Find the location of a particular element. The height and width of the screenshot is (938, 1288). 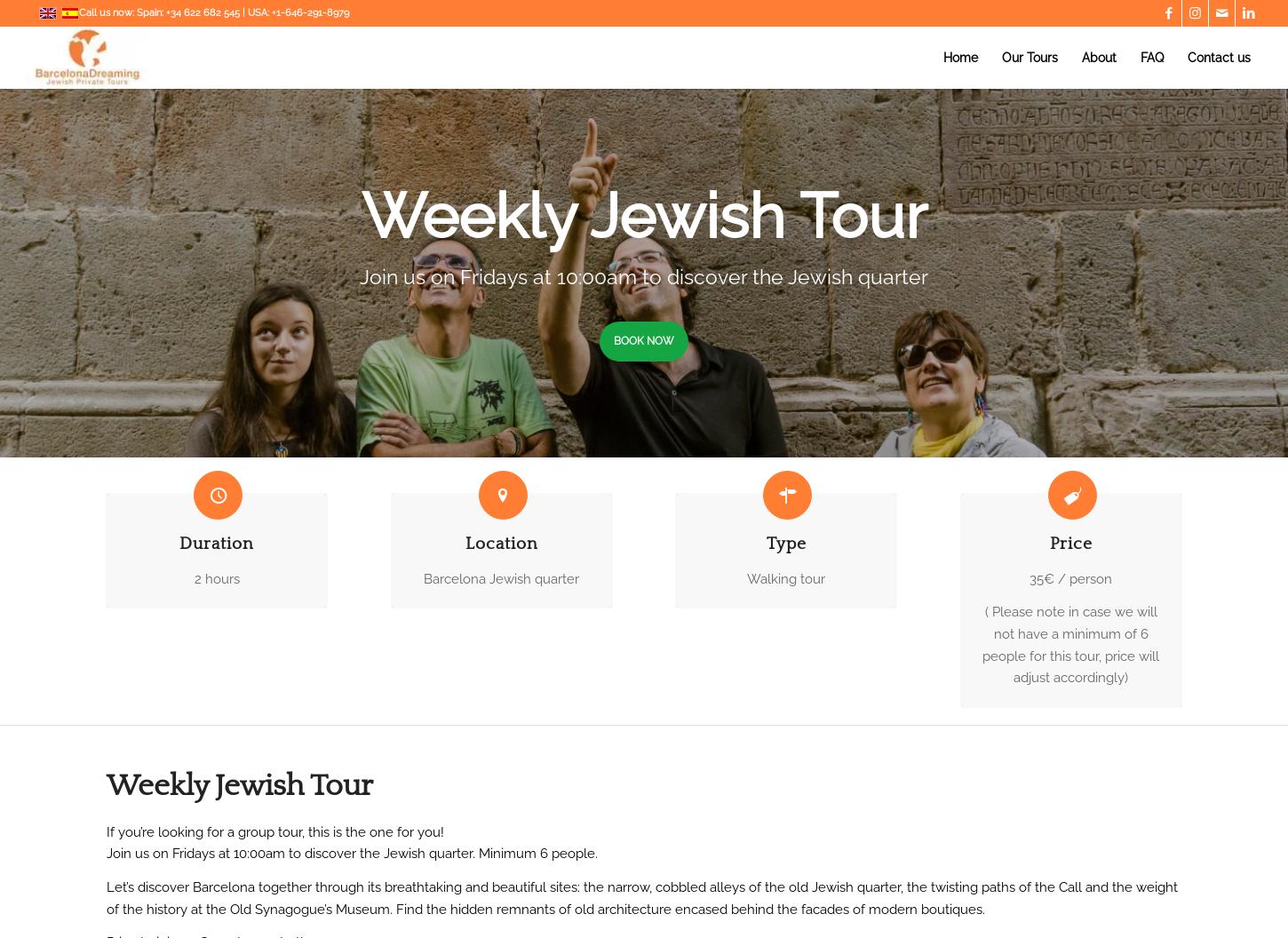

'Price' is located at coordinates (1048, 543).